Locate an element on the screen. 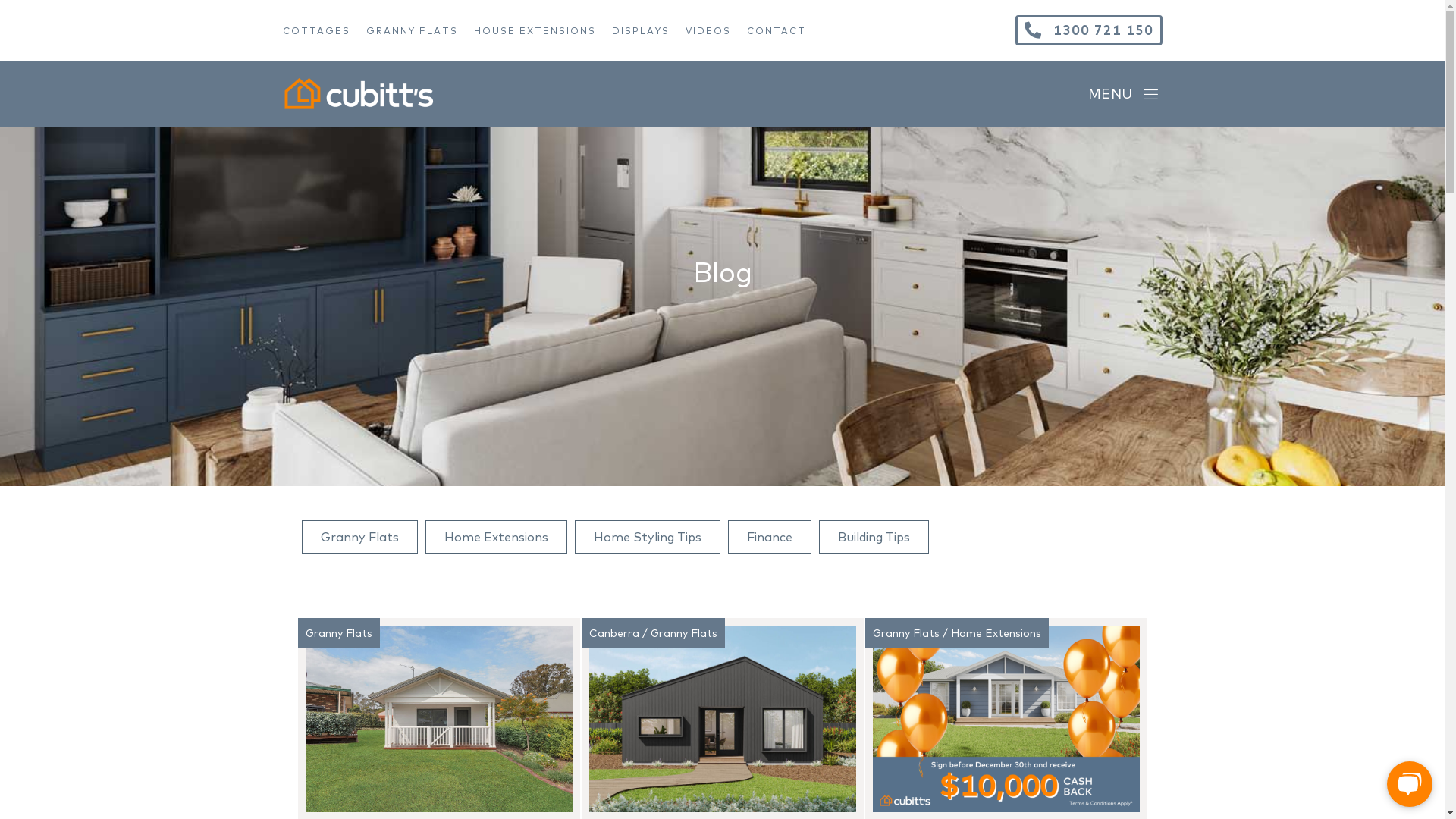 This screenshot has height=819, width=1456. 'CUB_Primary_Logo_Reverse_RGB_1200px' is located at coordinates (282, 93).